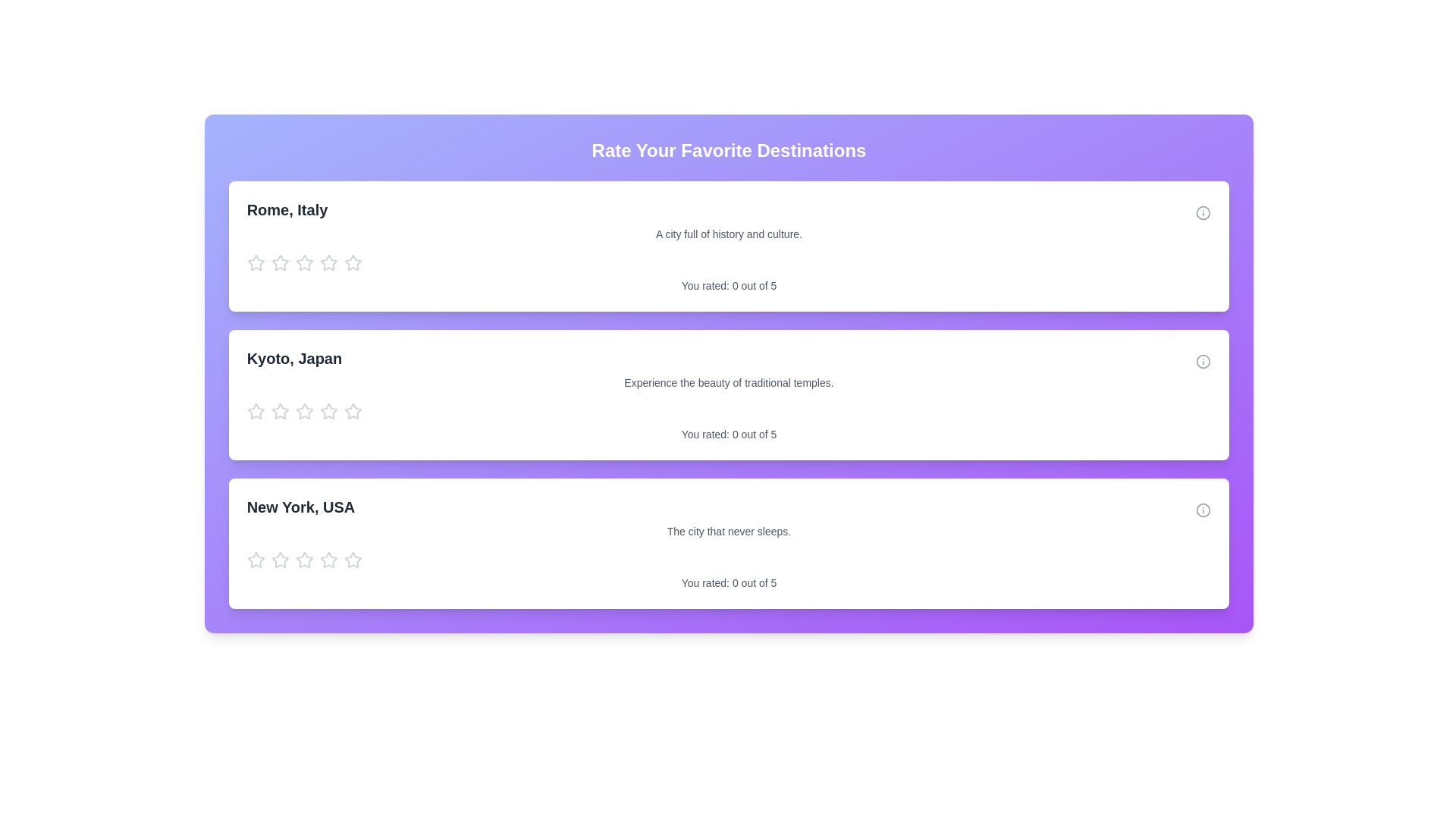 The width and height of the screenshot is (1456, 819). What do you see at coordinates (729, 234) in the screenshot?
I see `text snippet styled in gray color that displays 'A city full of history and culture.' located below the title 'Rome, Italy'` at bounding box center [729, 234].